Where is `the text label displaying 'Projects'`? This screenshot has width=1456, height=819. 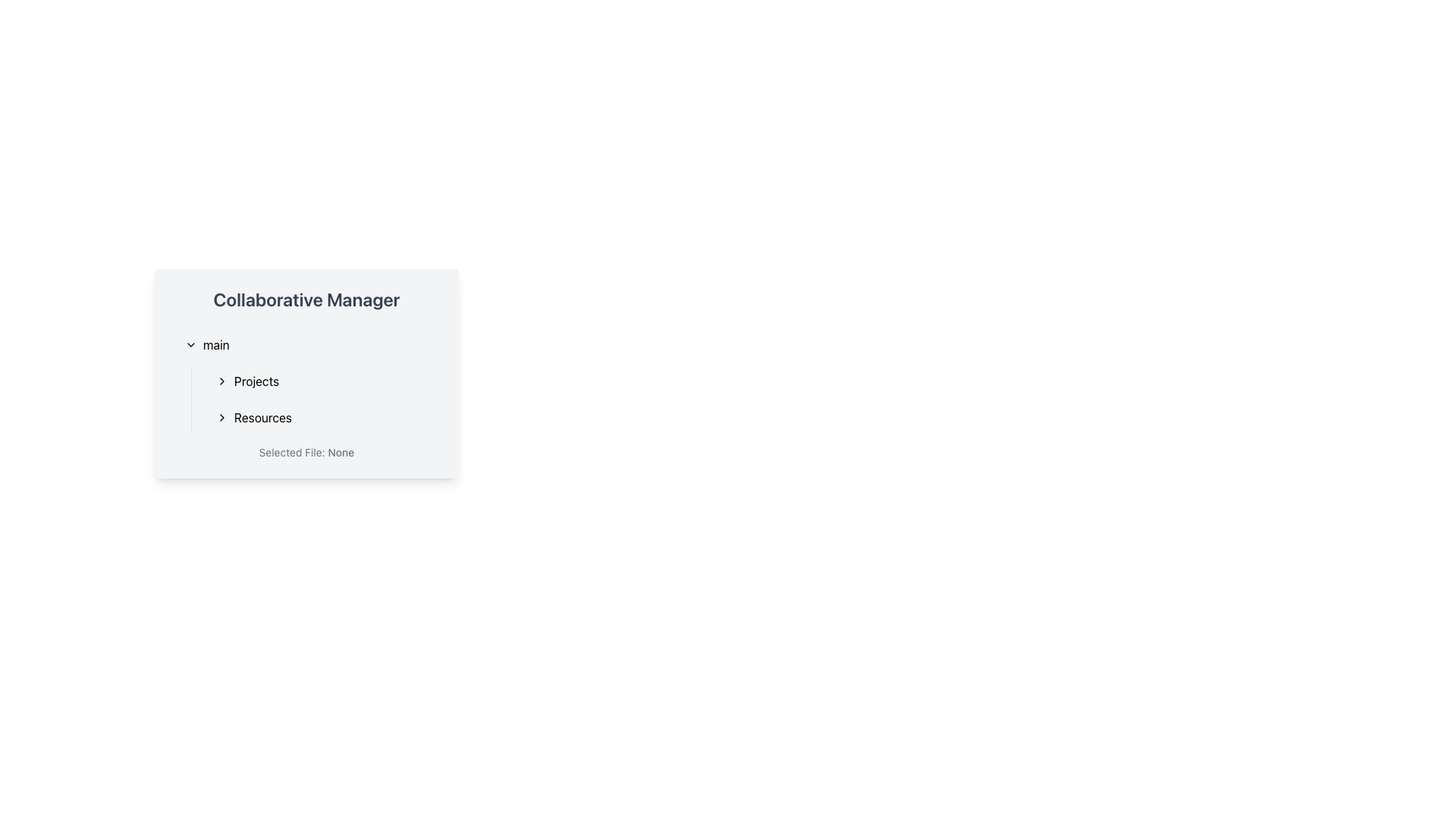 the text label displaying 'Projects' is located at coordinates (256, 380).